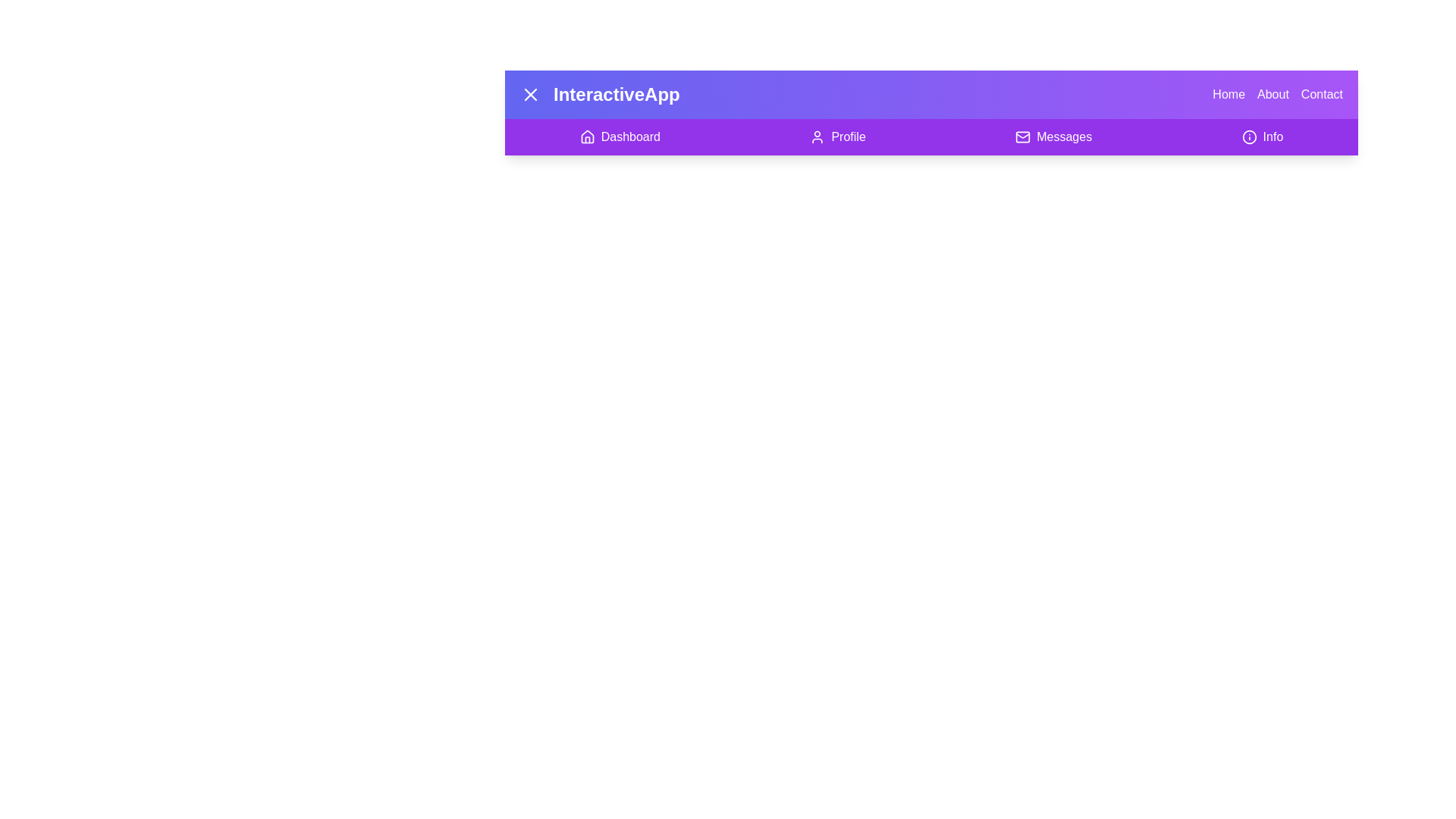  I want to click on the button labeled About to observe its hover effect, so click(1273, 94).